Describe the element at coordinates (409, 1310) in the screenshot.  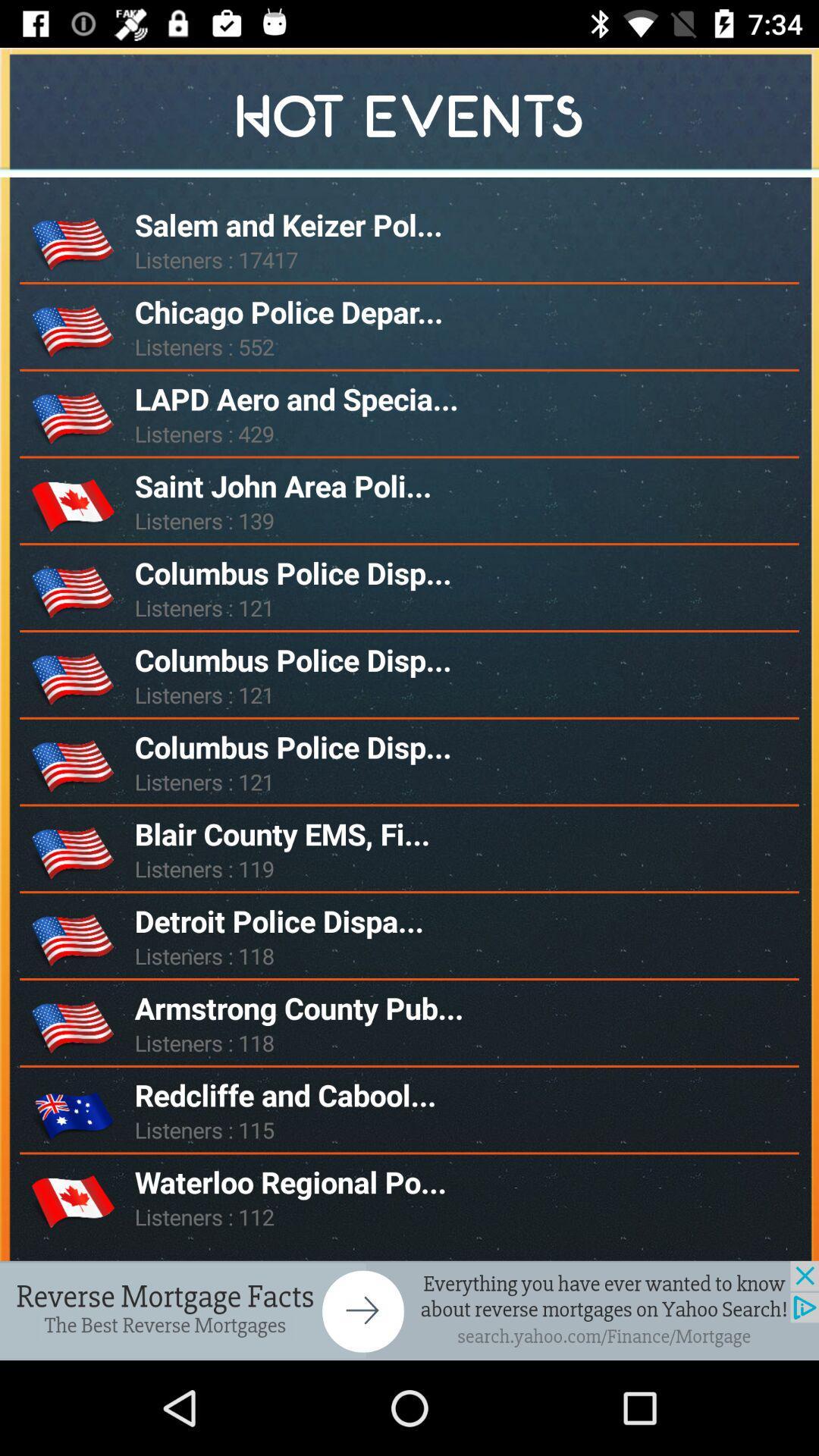
I see `advertisement link` at that location.